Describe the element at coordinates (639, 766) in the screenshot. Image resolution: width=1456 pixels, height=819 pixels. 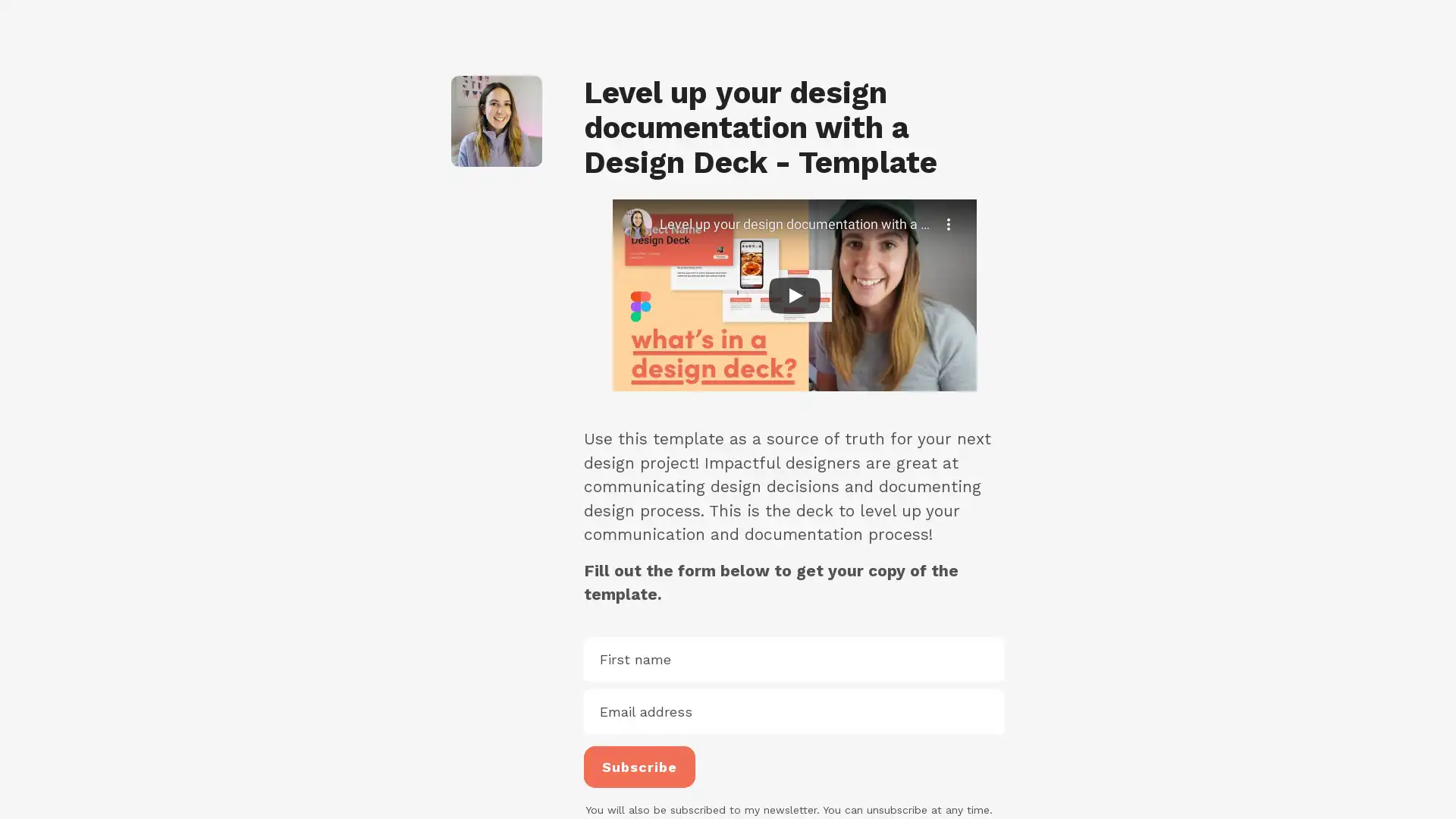
I see `Subscribe` at that location.